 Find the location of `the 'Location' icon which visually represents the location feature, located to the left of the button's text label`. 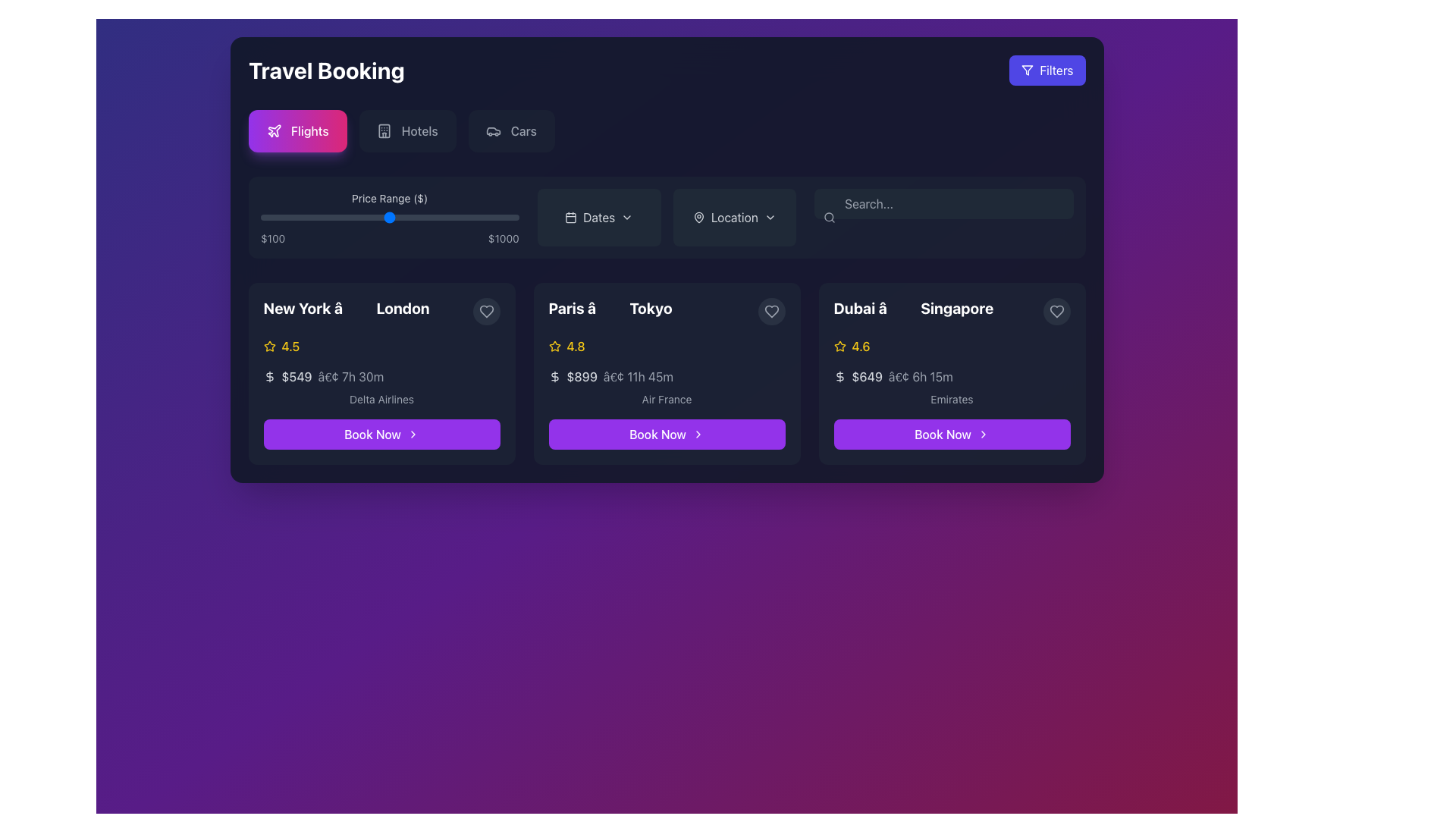

the 'Location' icon which visually represents the location feature, located to the left of the button's text label is located at coordinates (698, 217).